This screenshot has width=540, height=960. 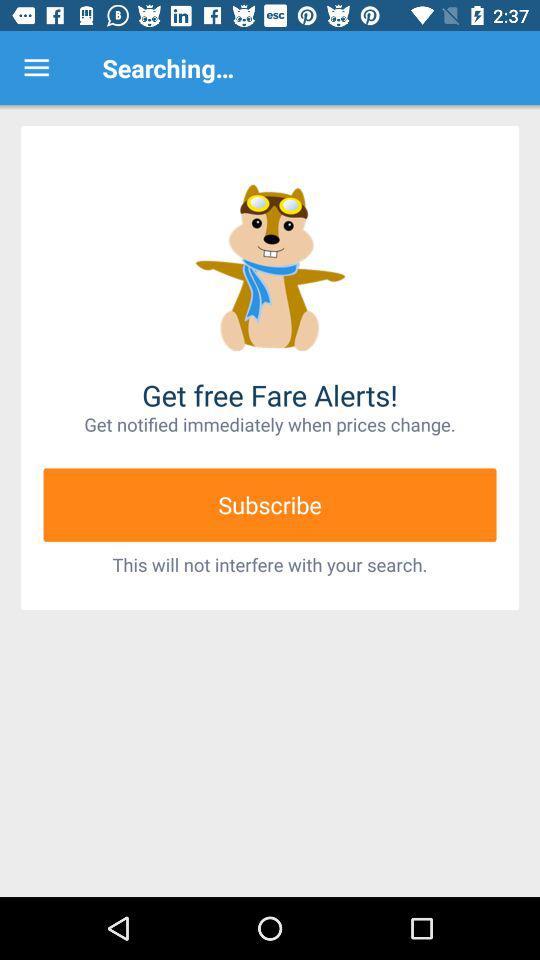 I want to click on icon above this will not icon, so click(x=270, y=504).